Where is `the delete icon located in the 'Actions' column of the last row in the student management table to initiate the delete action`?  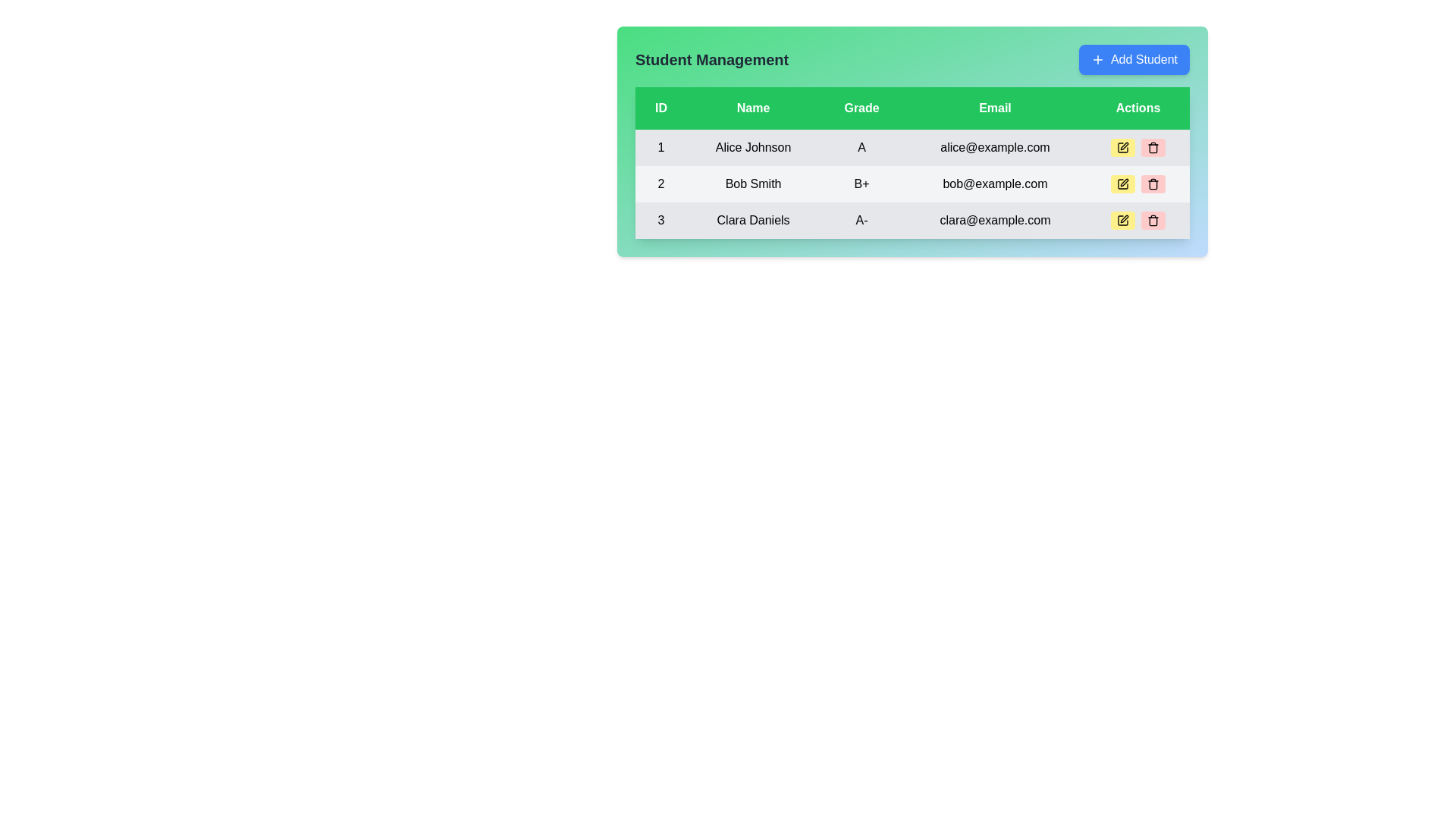
the delete icon located in the 'Actions' column of the last row in the student management table to initiate the delete action is located at coordinates (1153, 220).